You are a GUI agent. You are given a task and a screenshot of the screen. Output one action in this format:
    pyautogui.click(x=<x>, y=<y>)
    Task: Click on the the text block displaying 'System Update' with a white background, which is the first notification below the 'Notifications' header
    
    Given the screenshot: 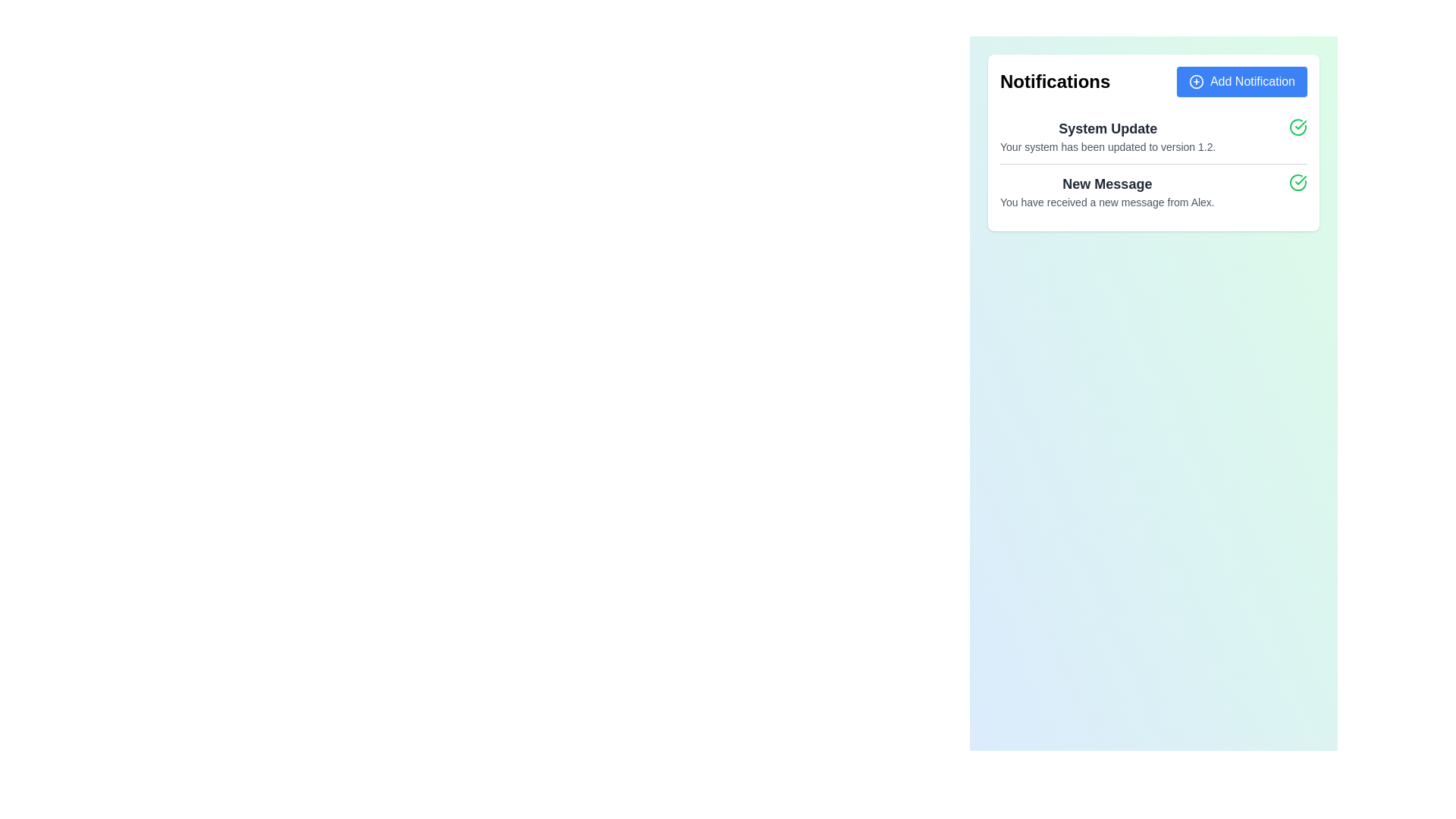 What is the action you would take?
    pyautogui.click(x=1108, y=136)
    